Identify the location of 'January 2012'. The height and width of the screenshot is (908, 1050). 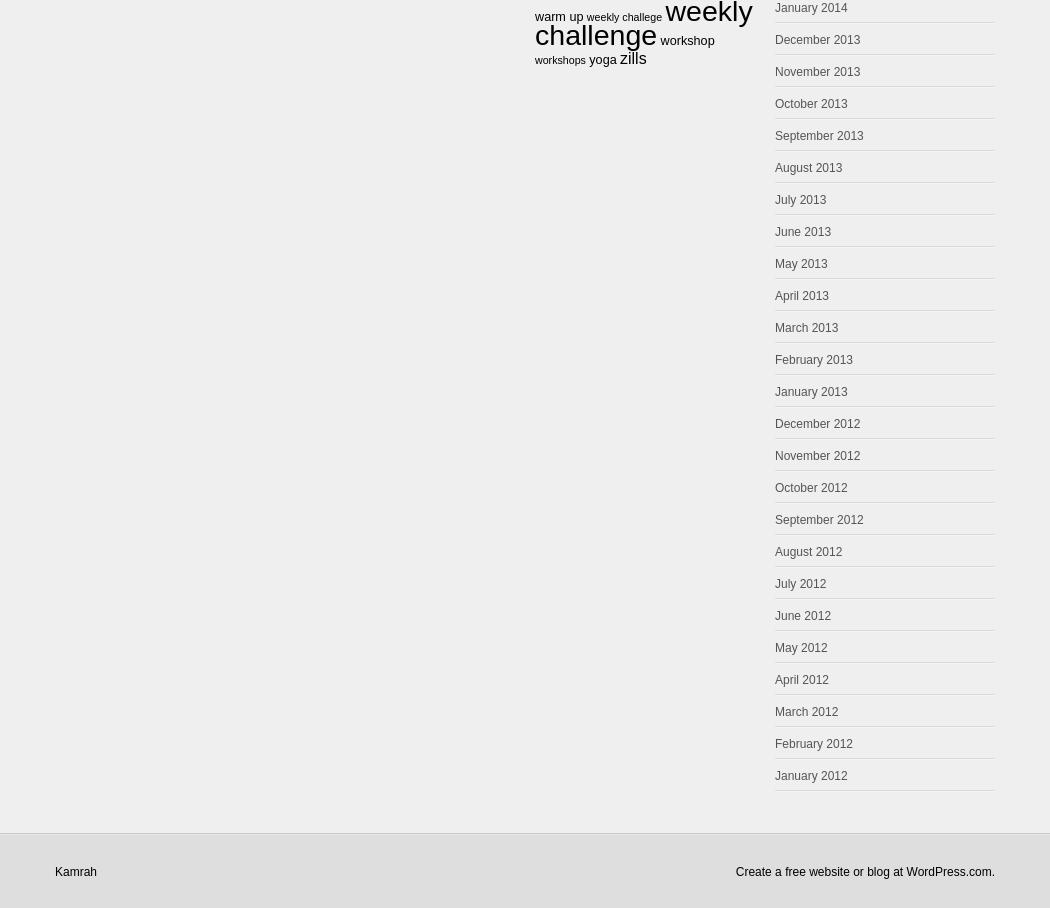
(810, 773).